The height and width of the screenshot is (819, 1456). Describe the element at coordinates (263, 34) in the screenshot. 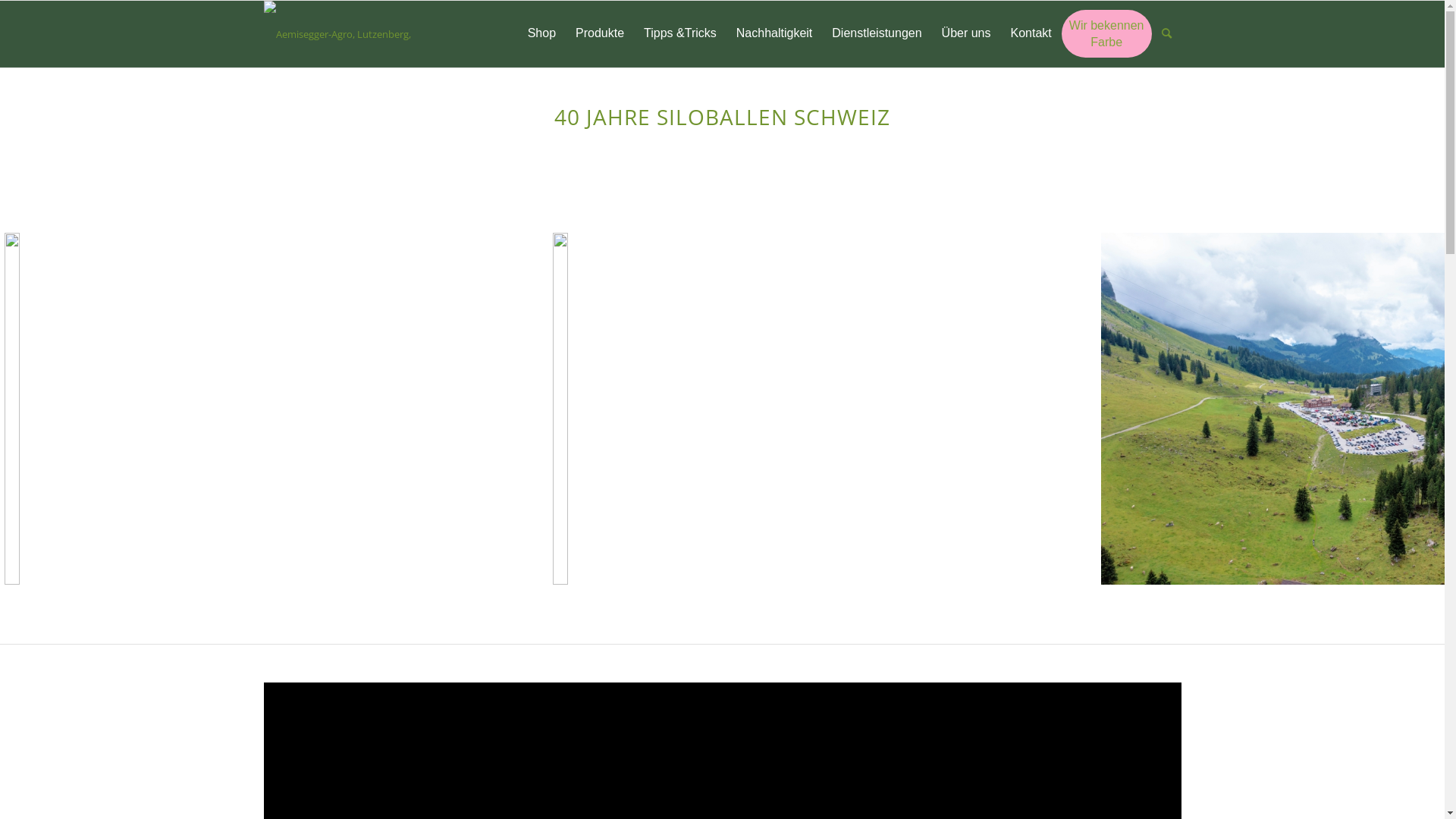

I see `'456'` at that location.